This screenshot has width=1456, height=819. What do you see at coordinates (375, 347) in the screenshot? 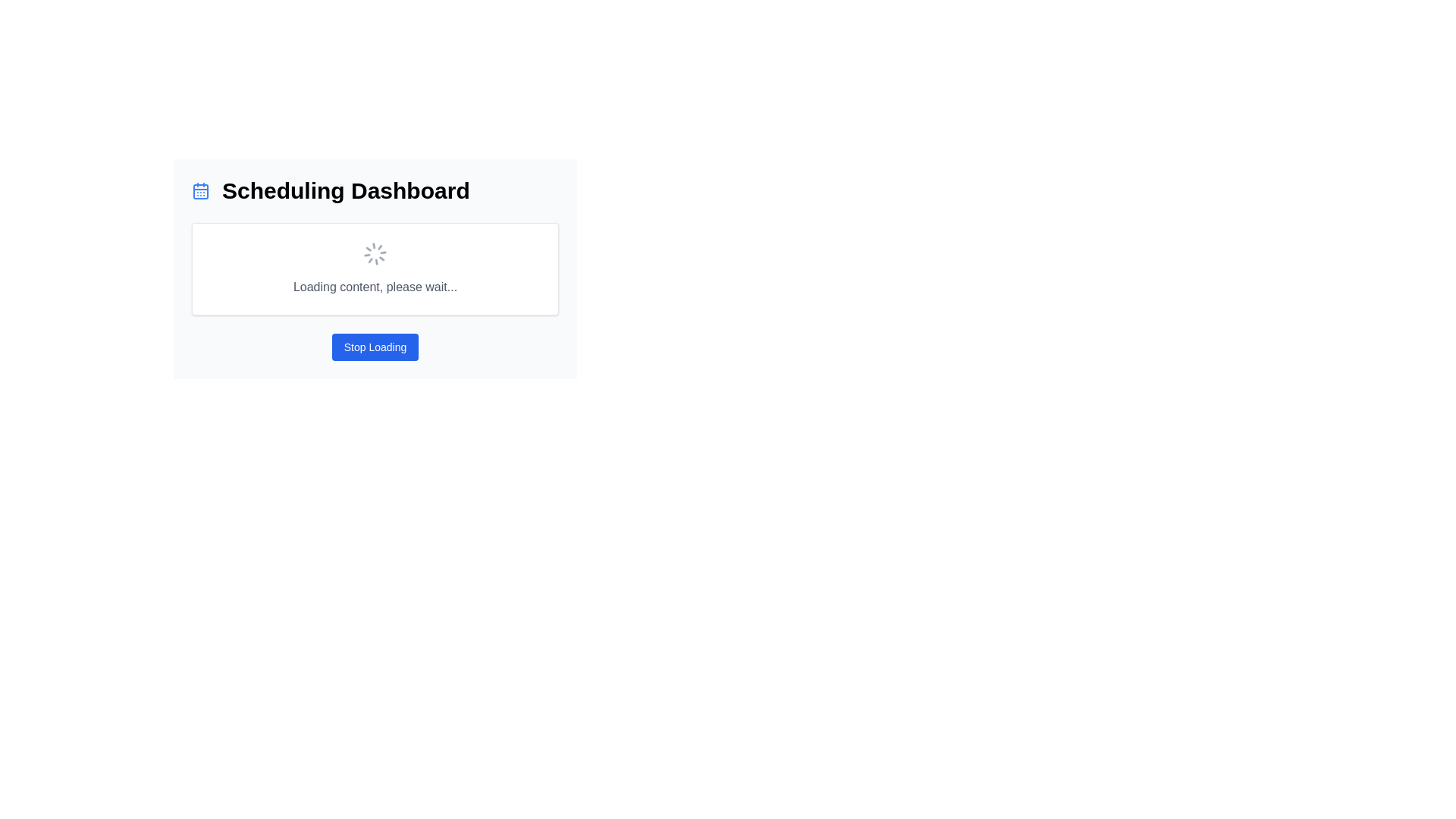
I see `the interrupt button located at the bottom of the 'Scheduling Dashboard' section to observe the hover effect` at bounding box center [375, 347].